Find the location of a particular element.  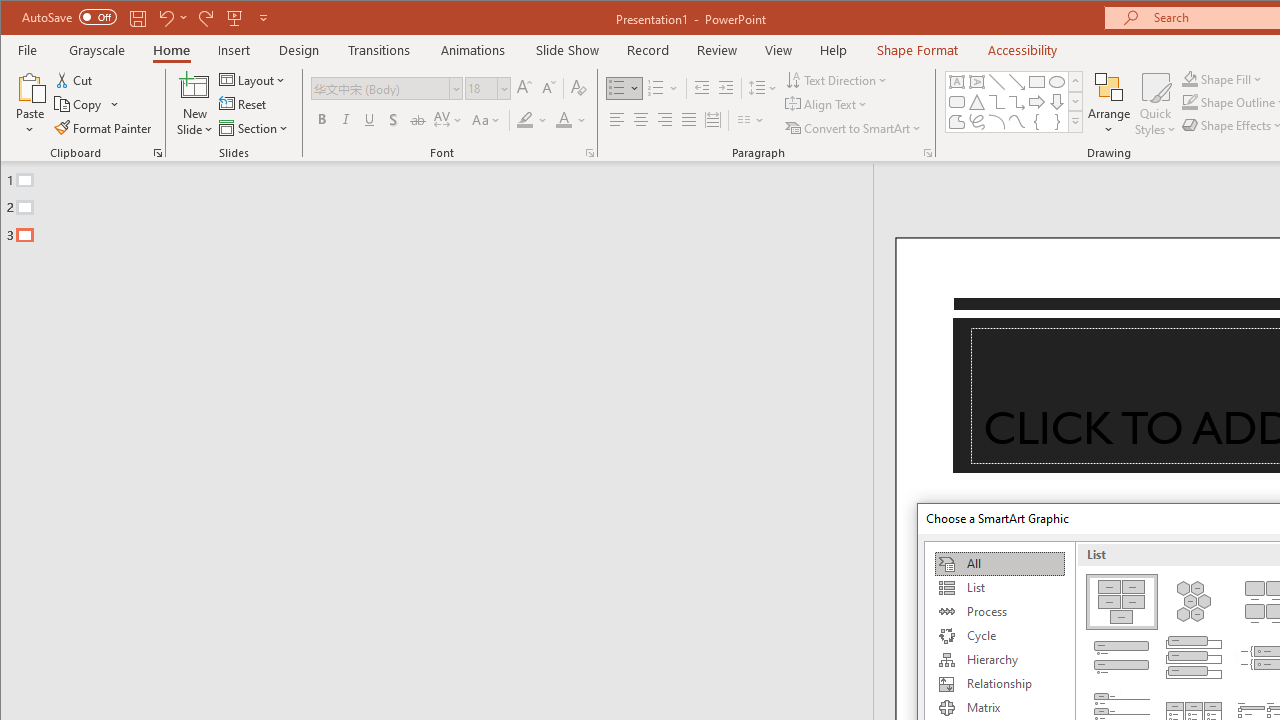

'Relationship' is located at coordinates (999, 683).